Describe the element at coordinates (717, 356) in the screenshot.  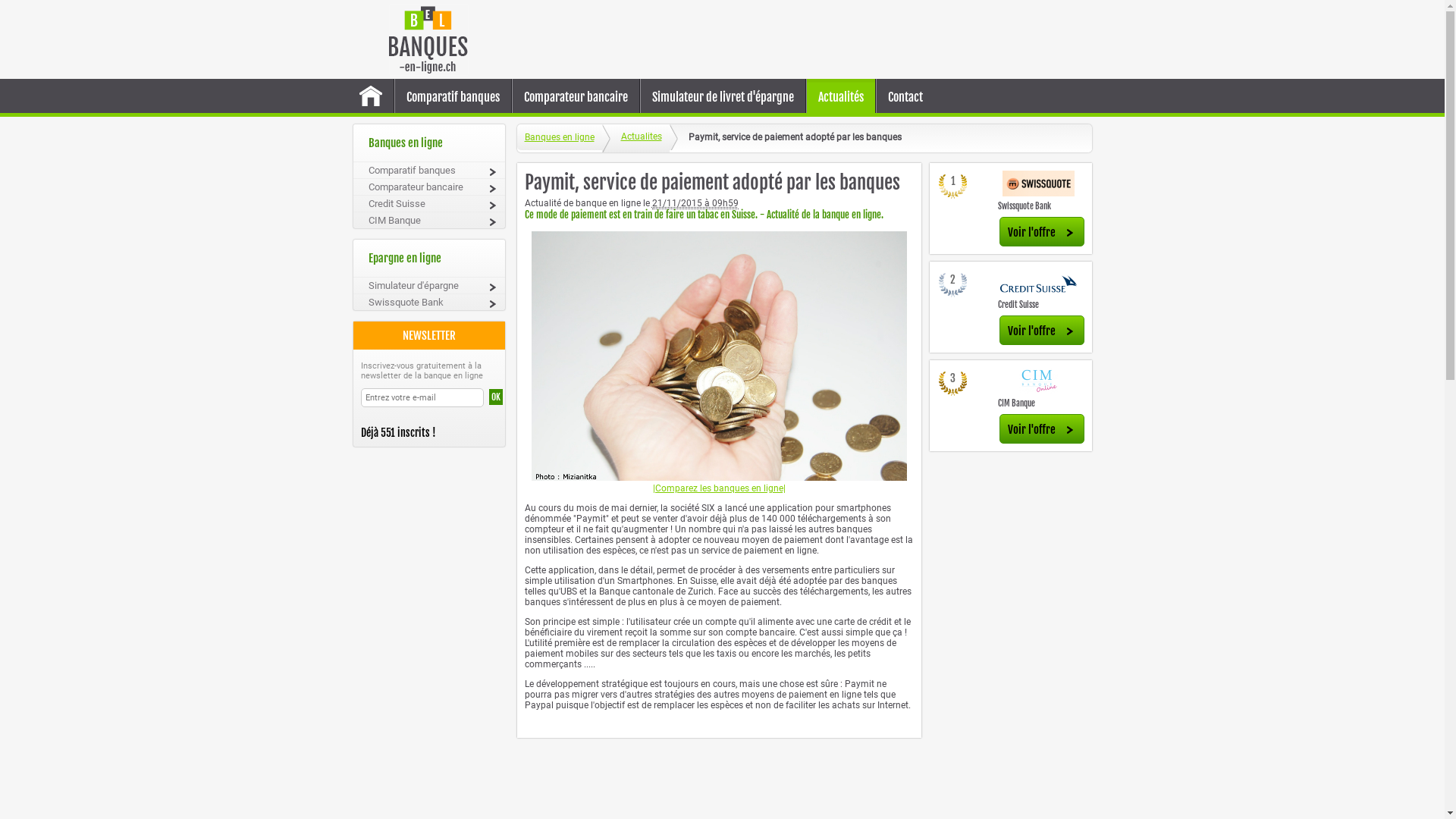
I see `'Paymit-banques-en-ligne'` at that location.